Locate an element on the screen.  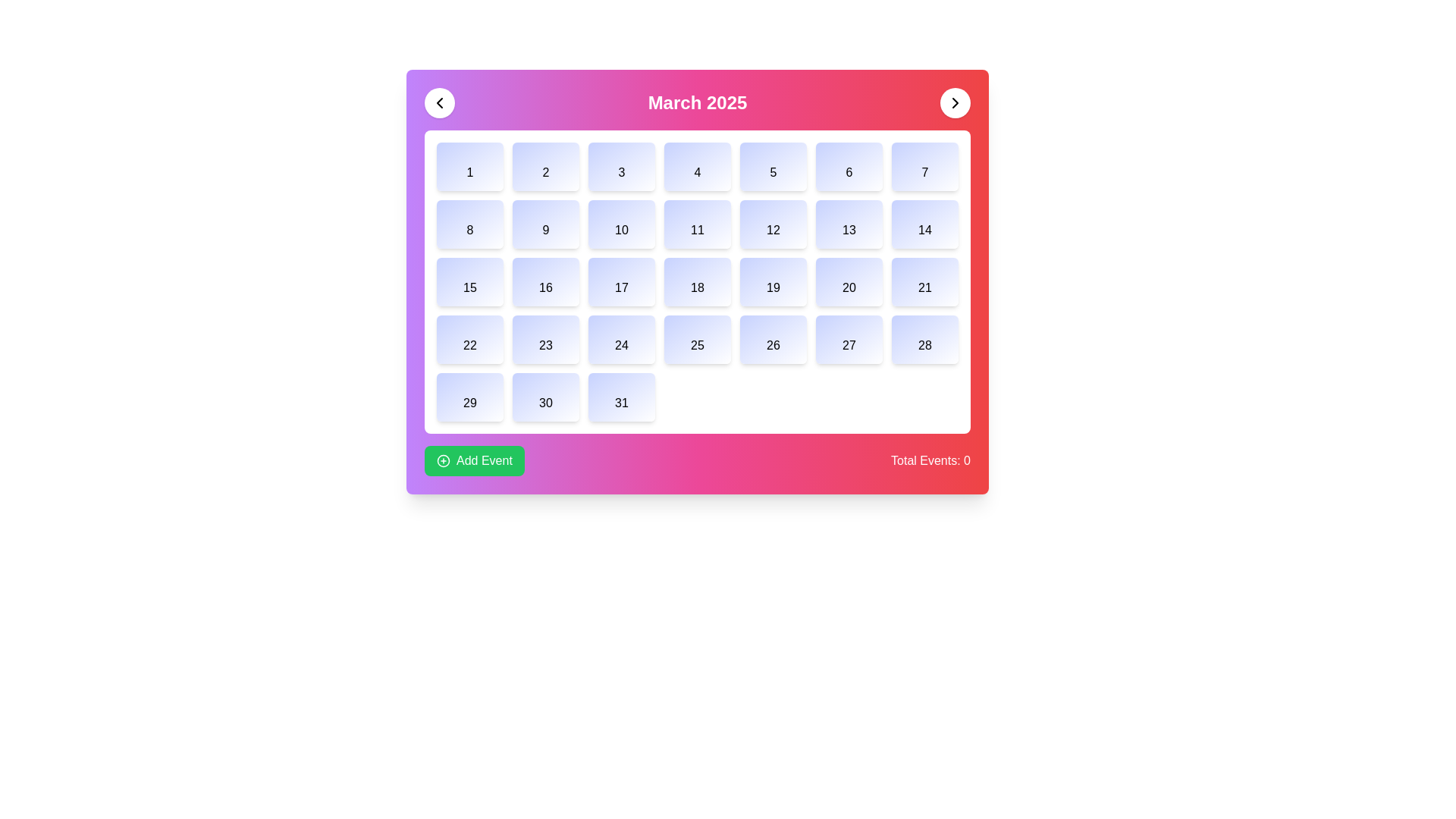
the number 22 displayed as a calendar date, located in the grid layout of the calendar interface, specifically positioned as the first item in the last row below the numbers 15 and 29 is located at coordinates (469, 338).